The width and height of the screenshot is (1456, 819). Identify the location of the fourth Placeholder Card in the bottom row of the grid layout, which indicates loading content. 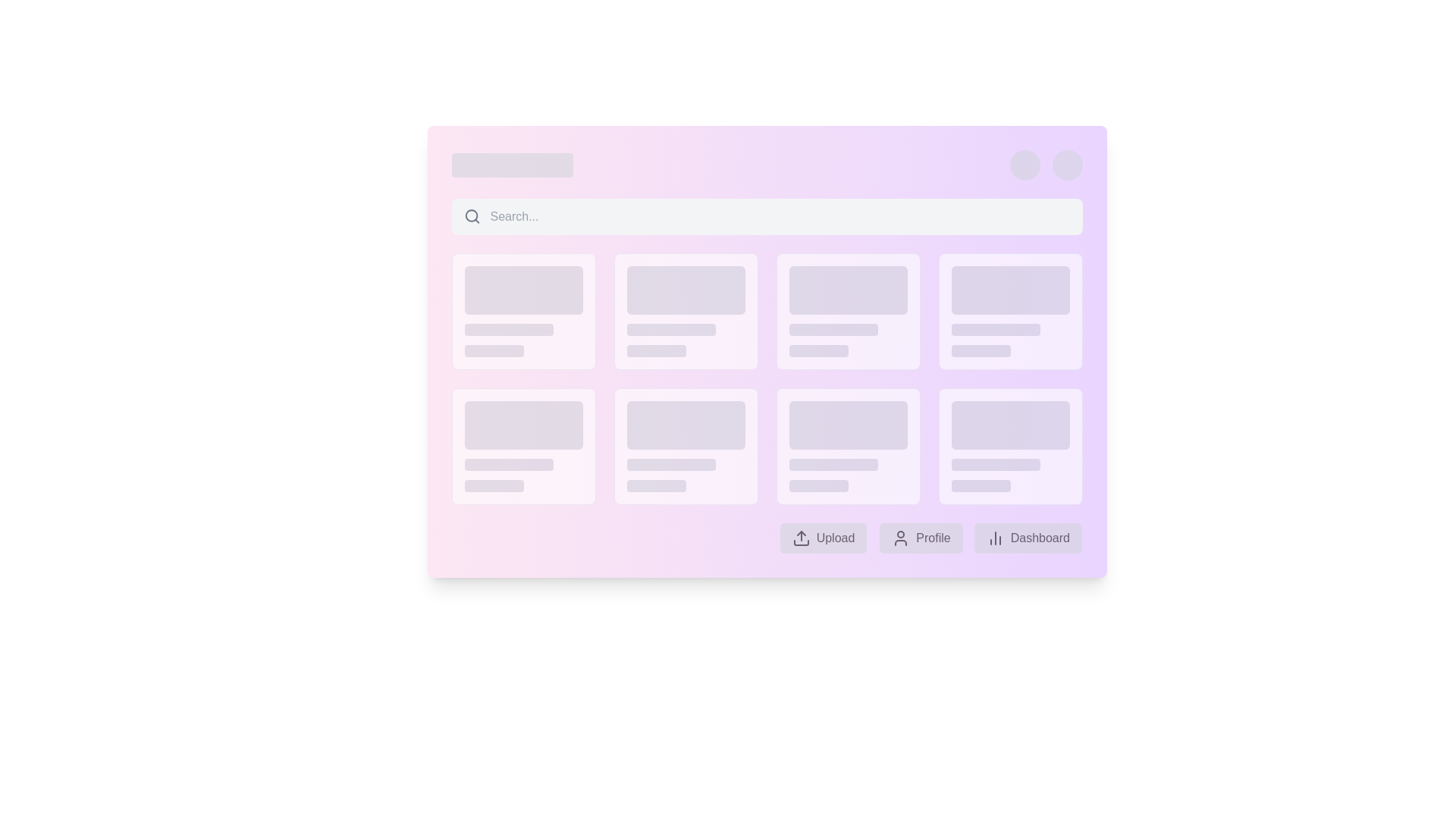
(1010, 446).